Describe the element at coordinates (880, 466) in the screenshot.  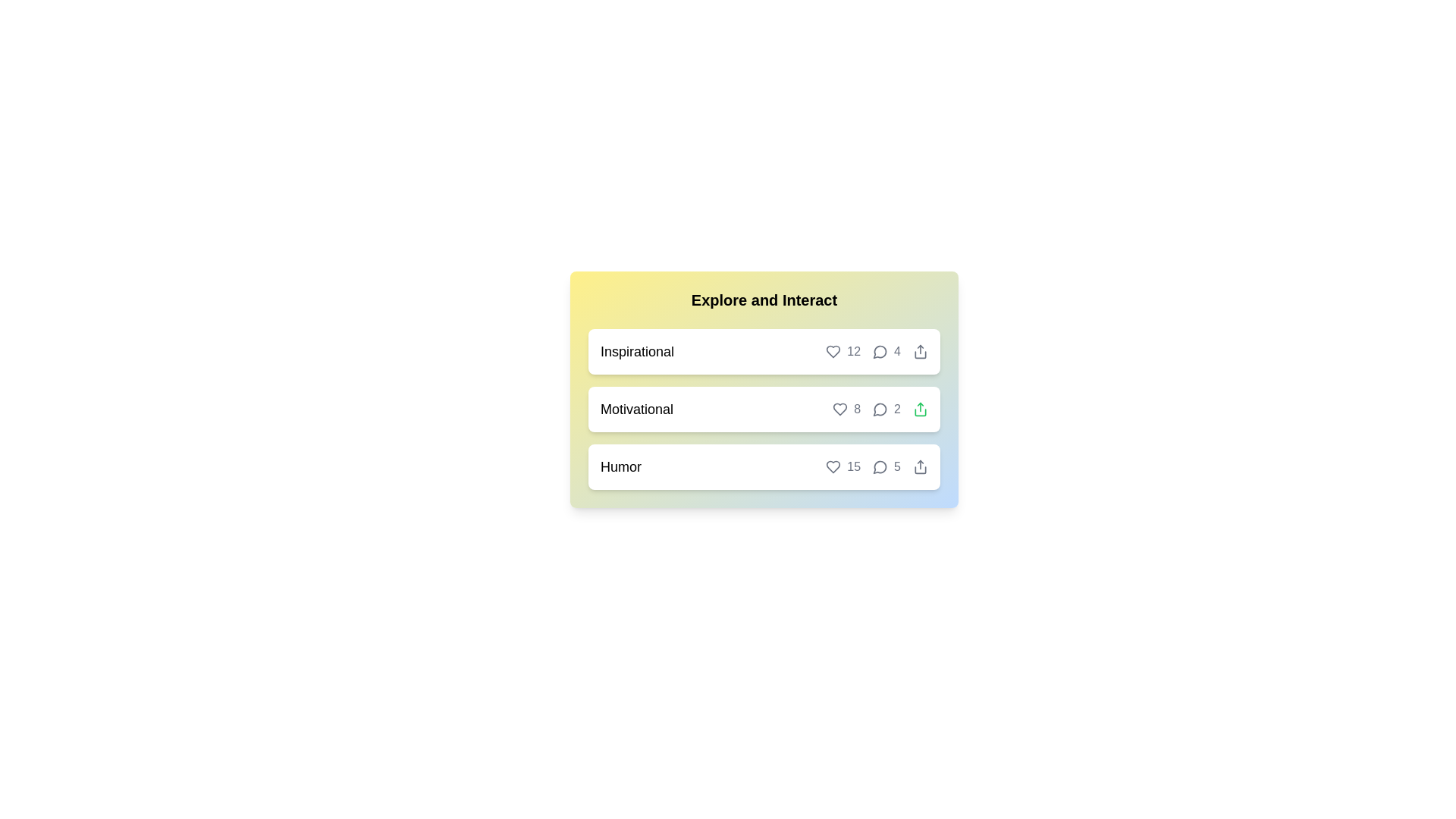
I see `the 'message' button for the chip labeled Humor` at that location.